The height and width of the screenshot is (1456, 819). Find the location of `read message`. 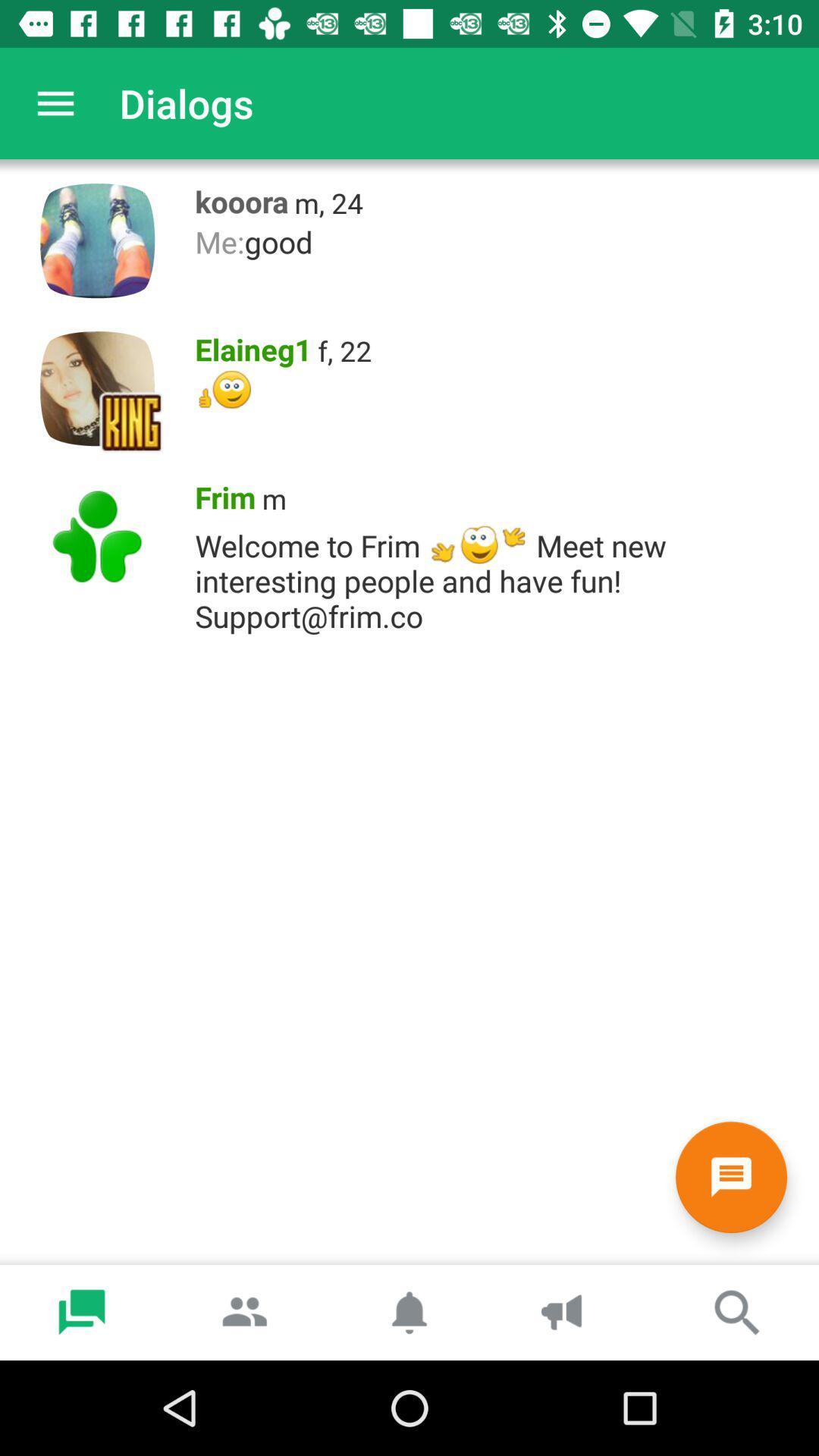

read message is located at coordinates (730, 1176).